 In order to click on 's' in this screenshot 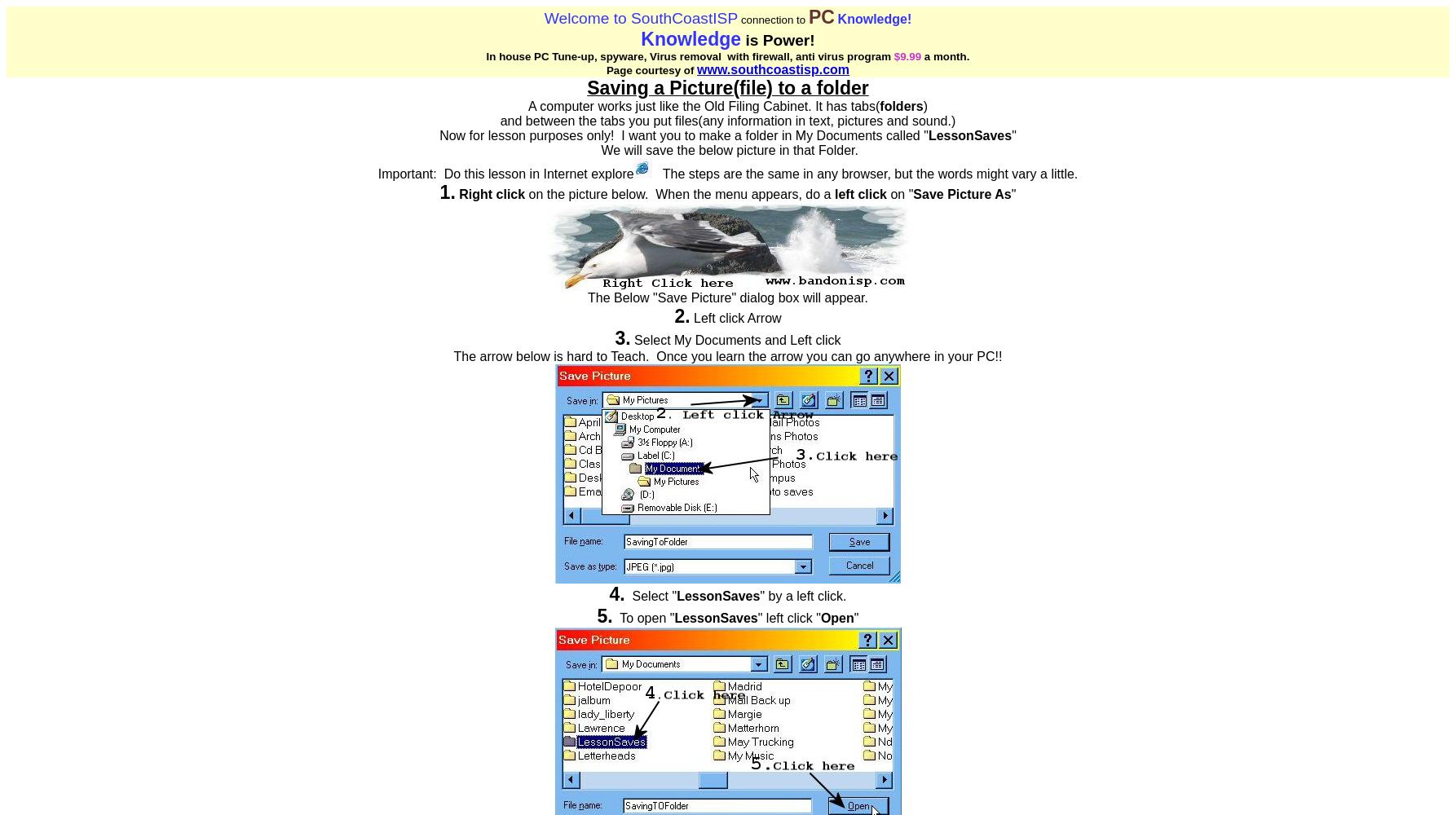, I will do `click(1008, 135)`.